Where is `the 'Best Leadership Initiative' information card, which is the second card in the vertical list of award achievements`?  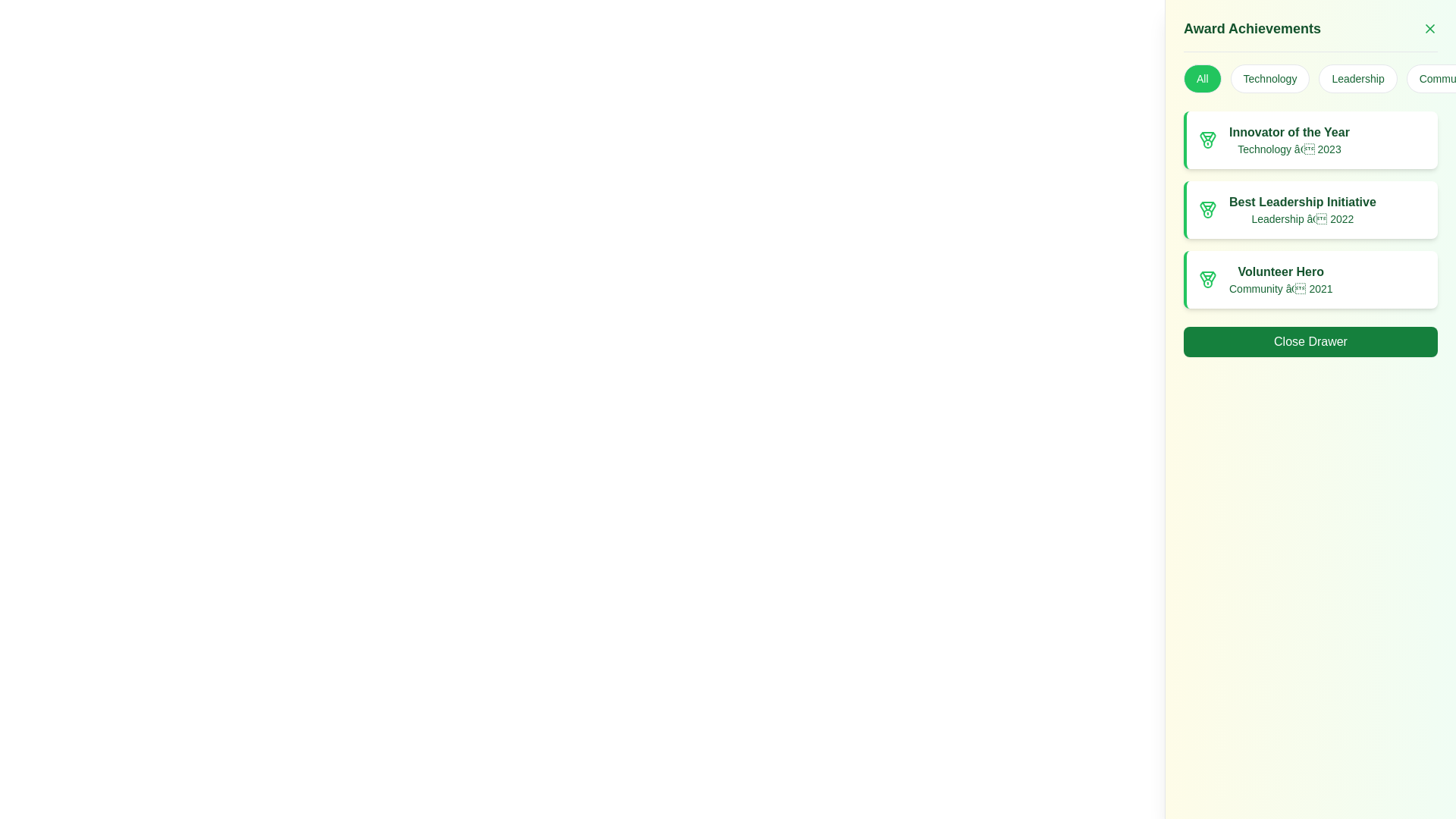
the 'Best Leadership Initiative' information card, which is the second card in the vertical list of award achievements is located at coordinates (1310, 210).